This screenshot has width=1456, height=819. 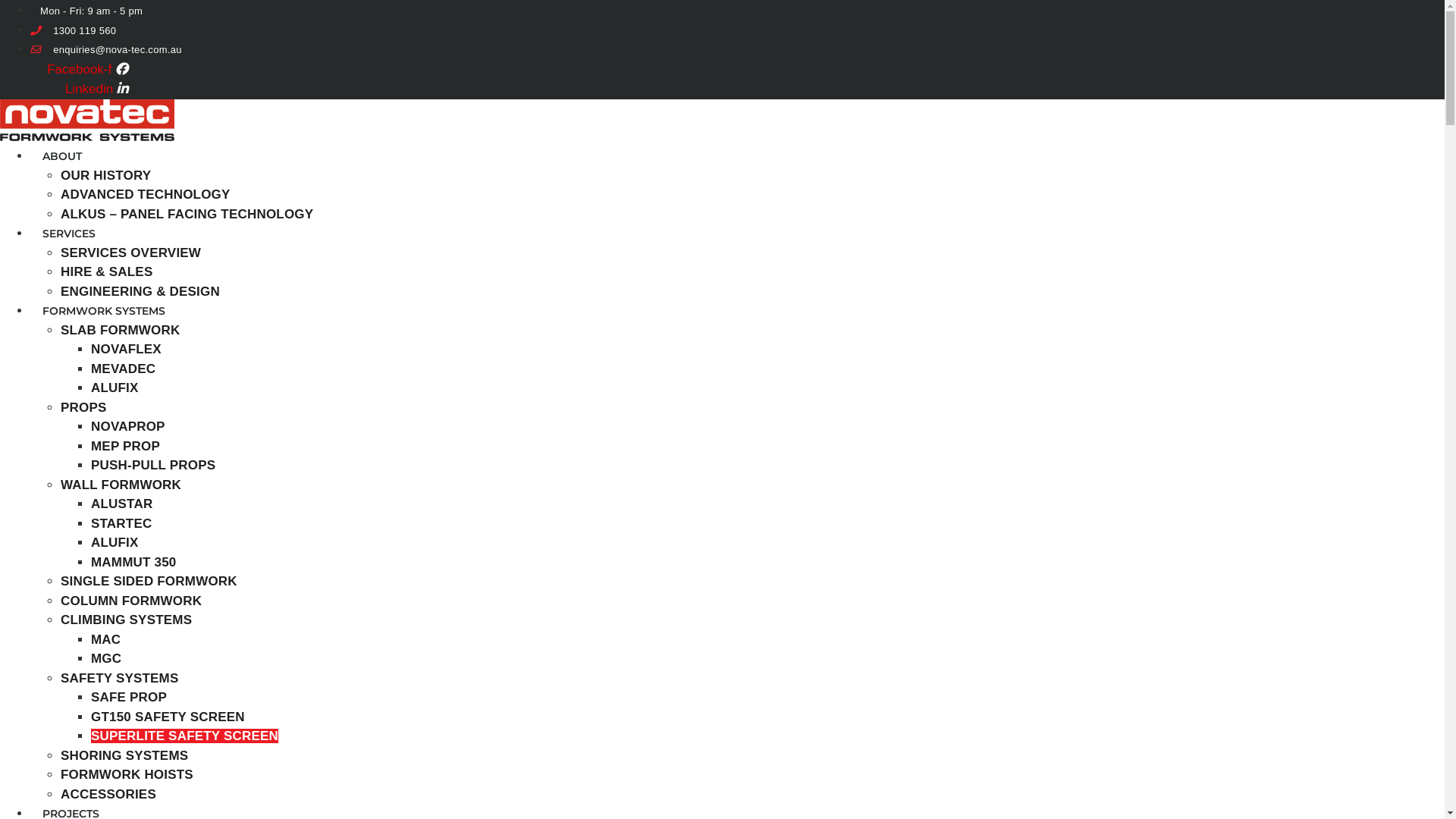 What do you see at coordinates (90, 735) in the screenshot?
I see `'SUPERLITE SAFETY SCREEN'` at bounding box center [90, 735].